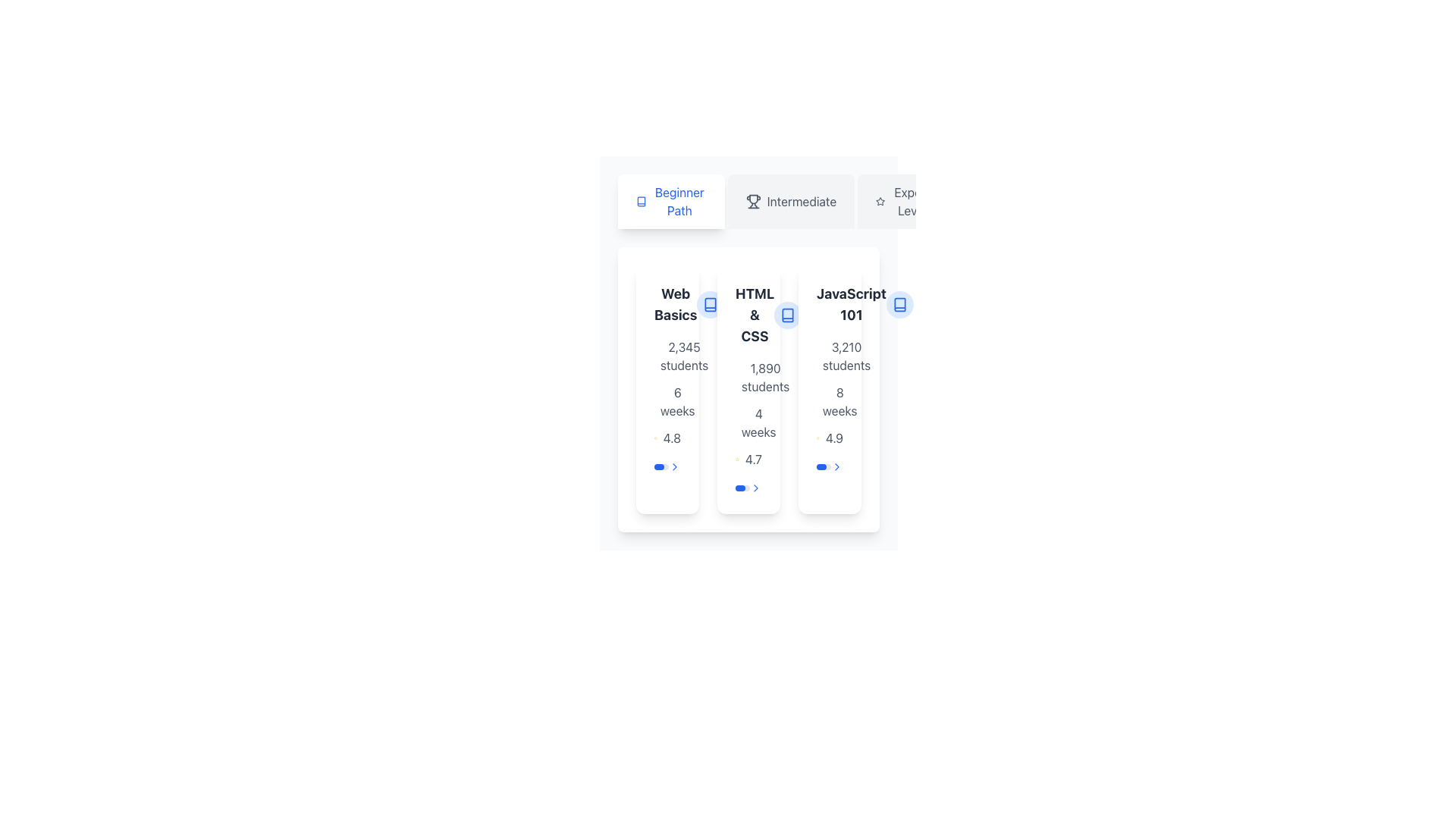  I want to click on the informational text block that provides details about the course 'Web Basics', so click(667, 391).